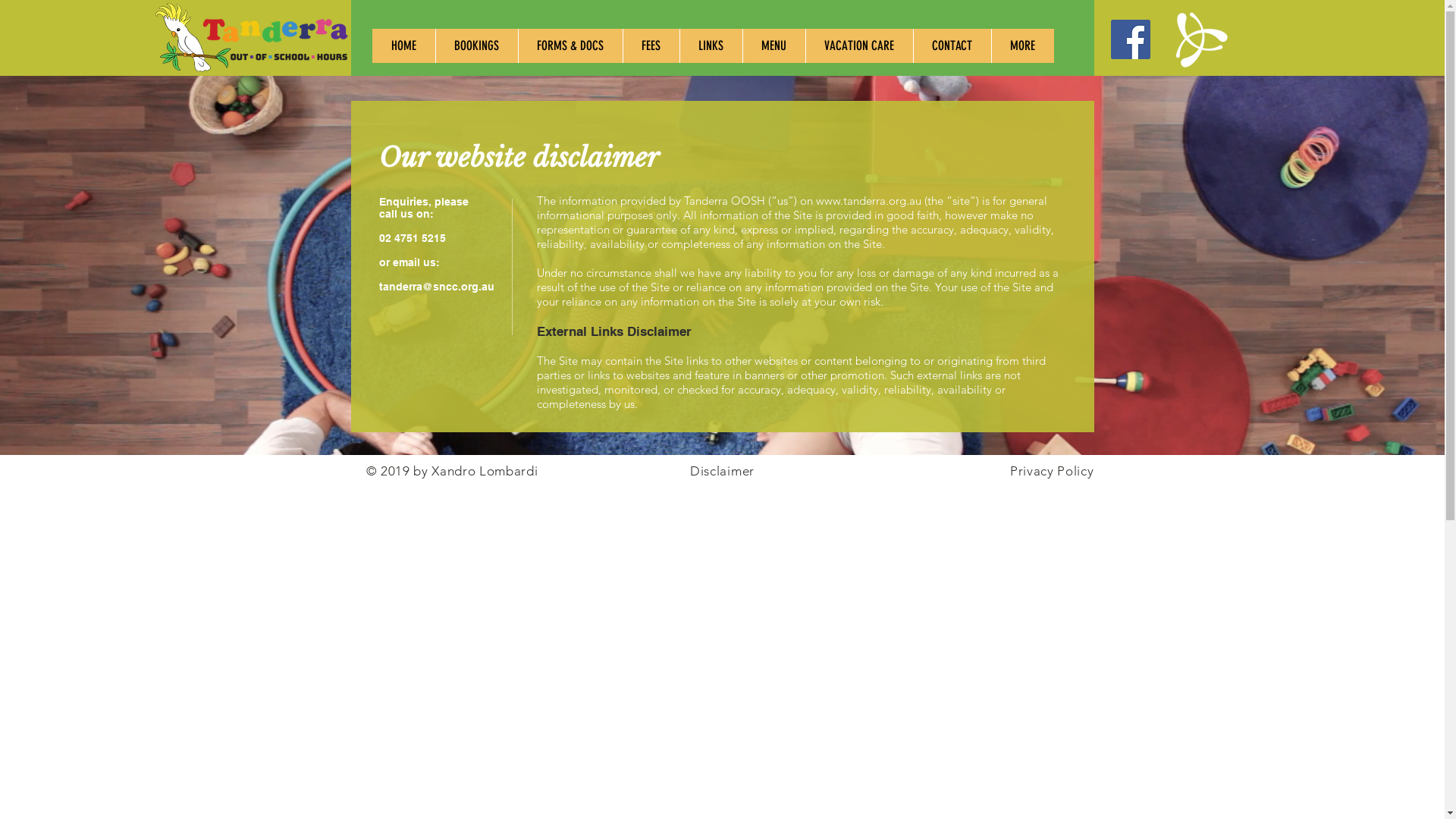  Describe the element at coordinates (568, 45) in the screenshot. I see `'FORMS & DOCS'` at that location.